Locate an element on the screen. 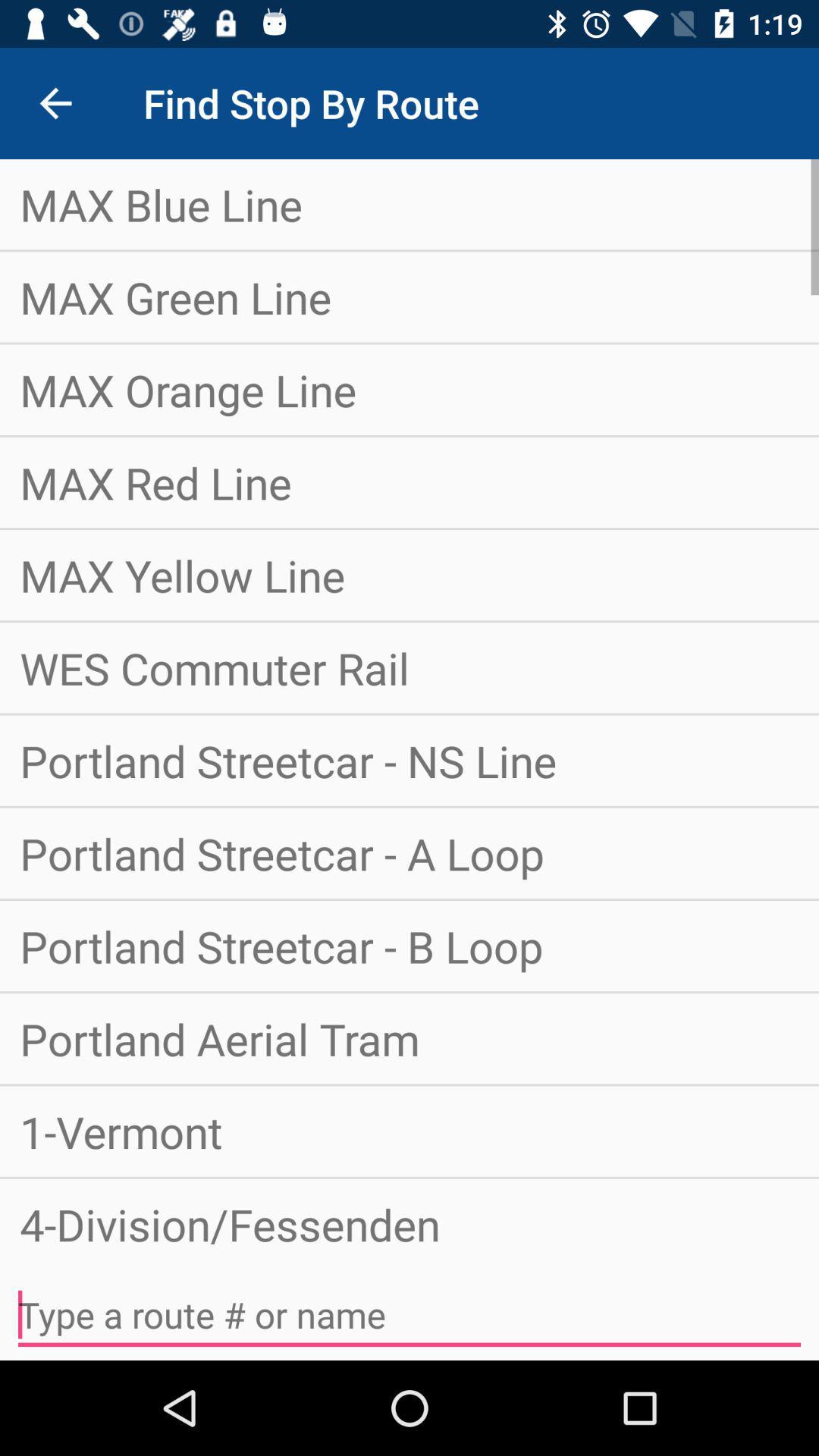 This screenshot has width=819, height=1456. item below portland aerial tram is located at coordinates (409, 1131).